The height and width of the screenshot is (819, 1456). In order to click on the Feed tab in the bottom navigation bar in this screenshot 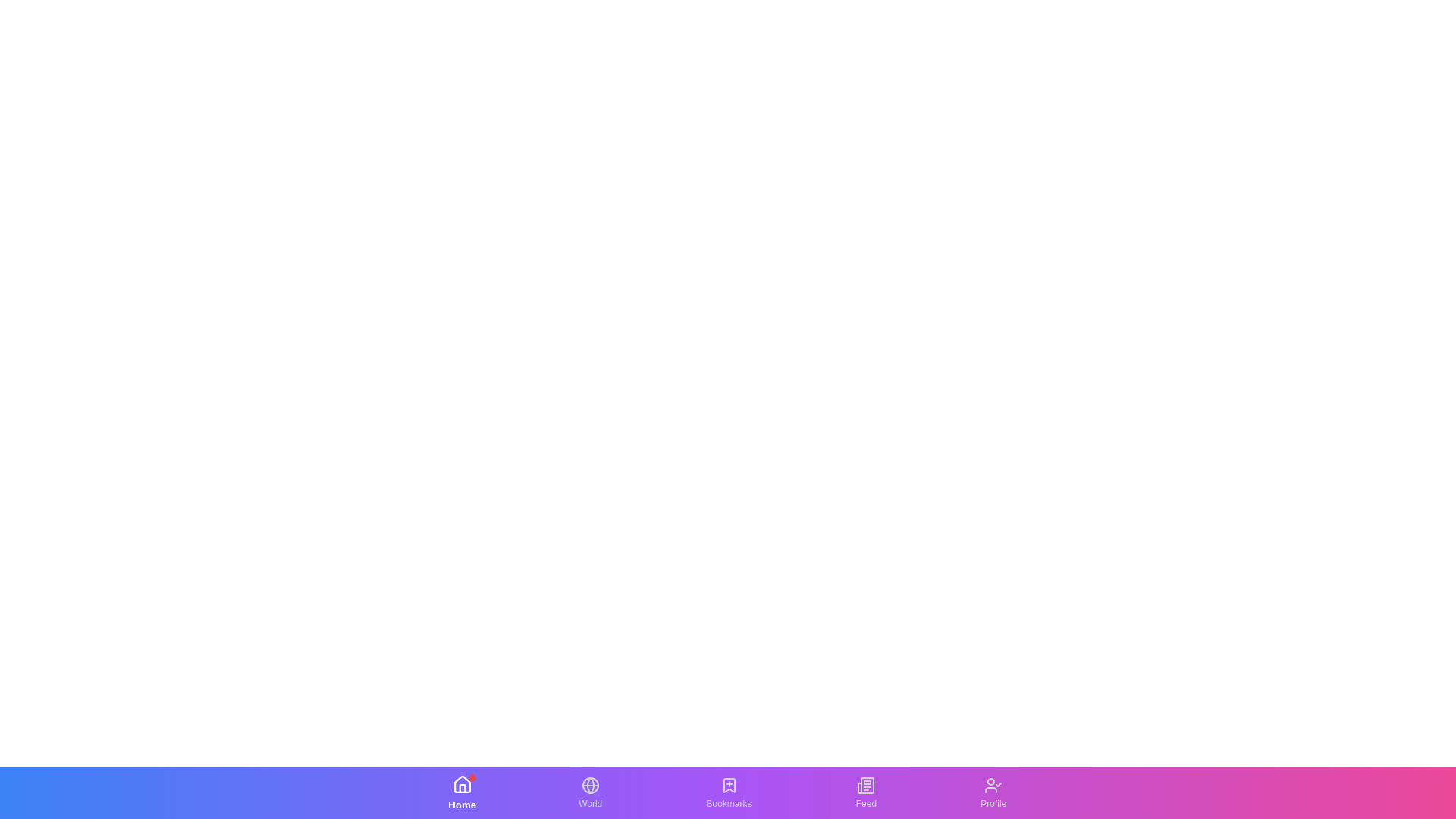, I will do `click(866, 792)`.